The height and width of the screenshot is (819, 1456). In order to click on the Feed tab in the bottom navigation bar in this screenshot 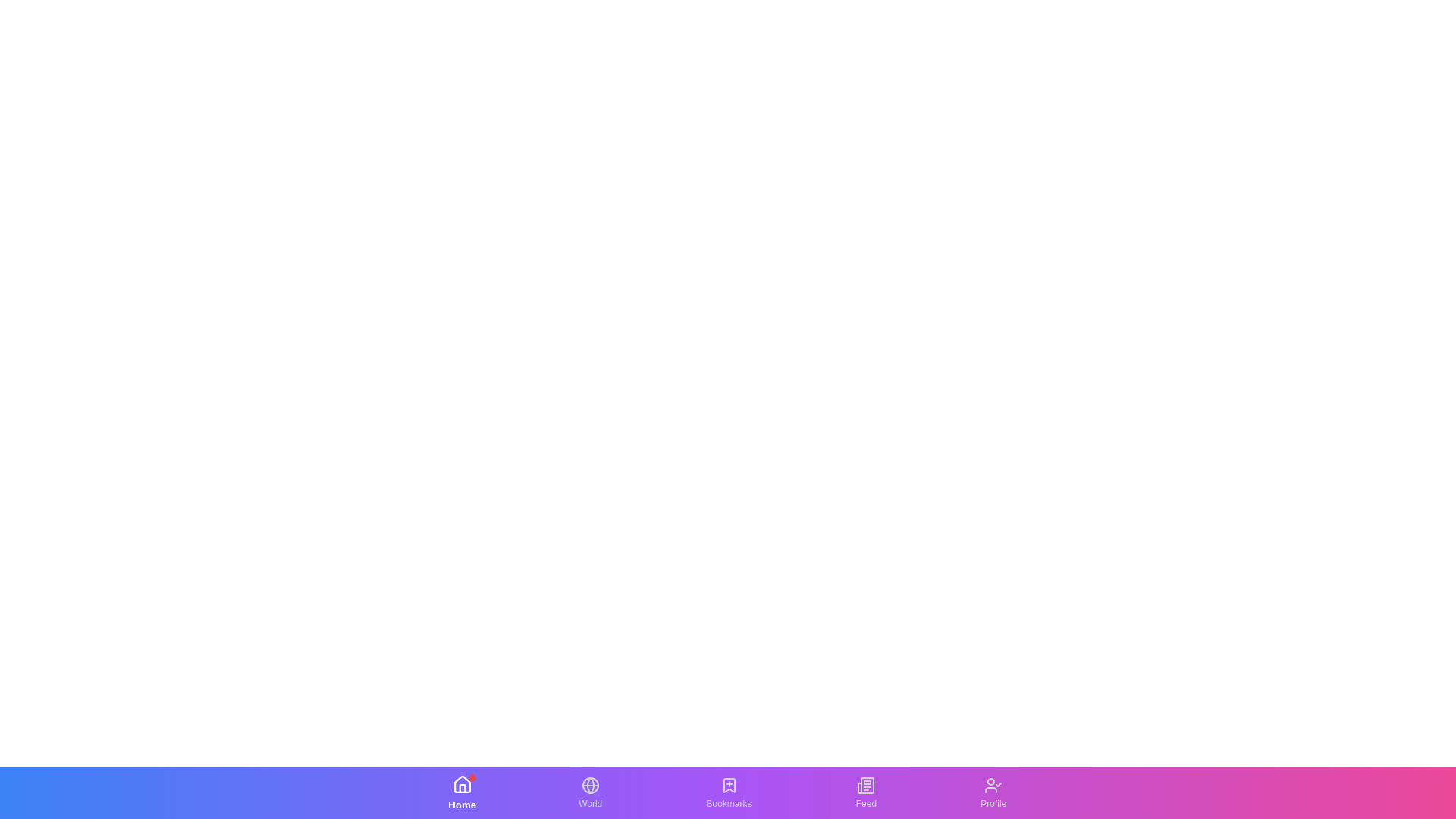, I will do `click(866, 792)`.